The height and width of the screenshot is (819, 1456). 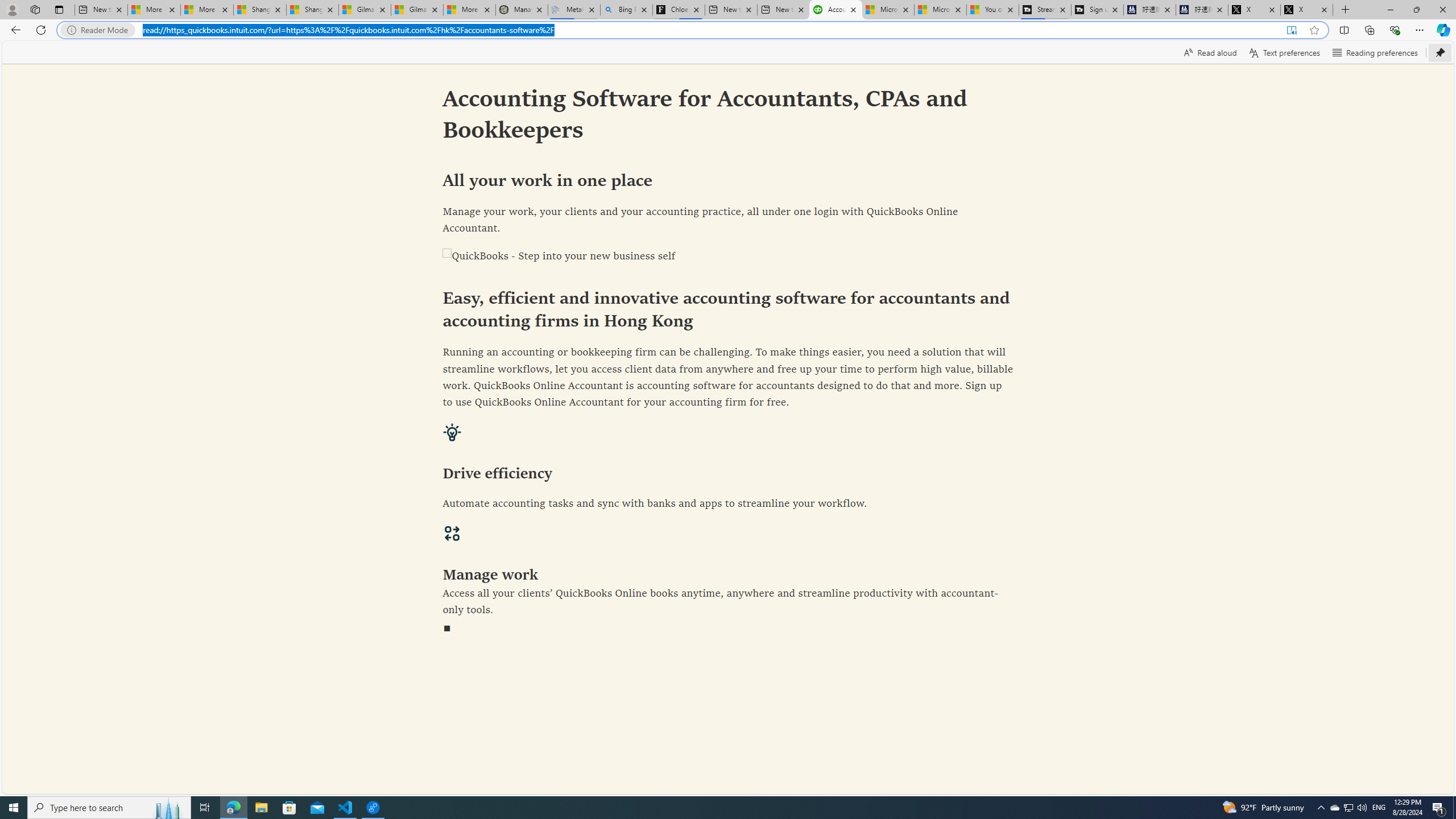 What do you see at coordinates (100, 30) in the screenshot?
I see `'Reader Mode'` at bounding box center [100, 30].